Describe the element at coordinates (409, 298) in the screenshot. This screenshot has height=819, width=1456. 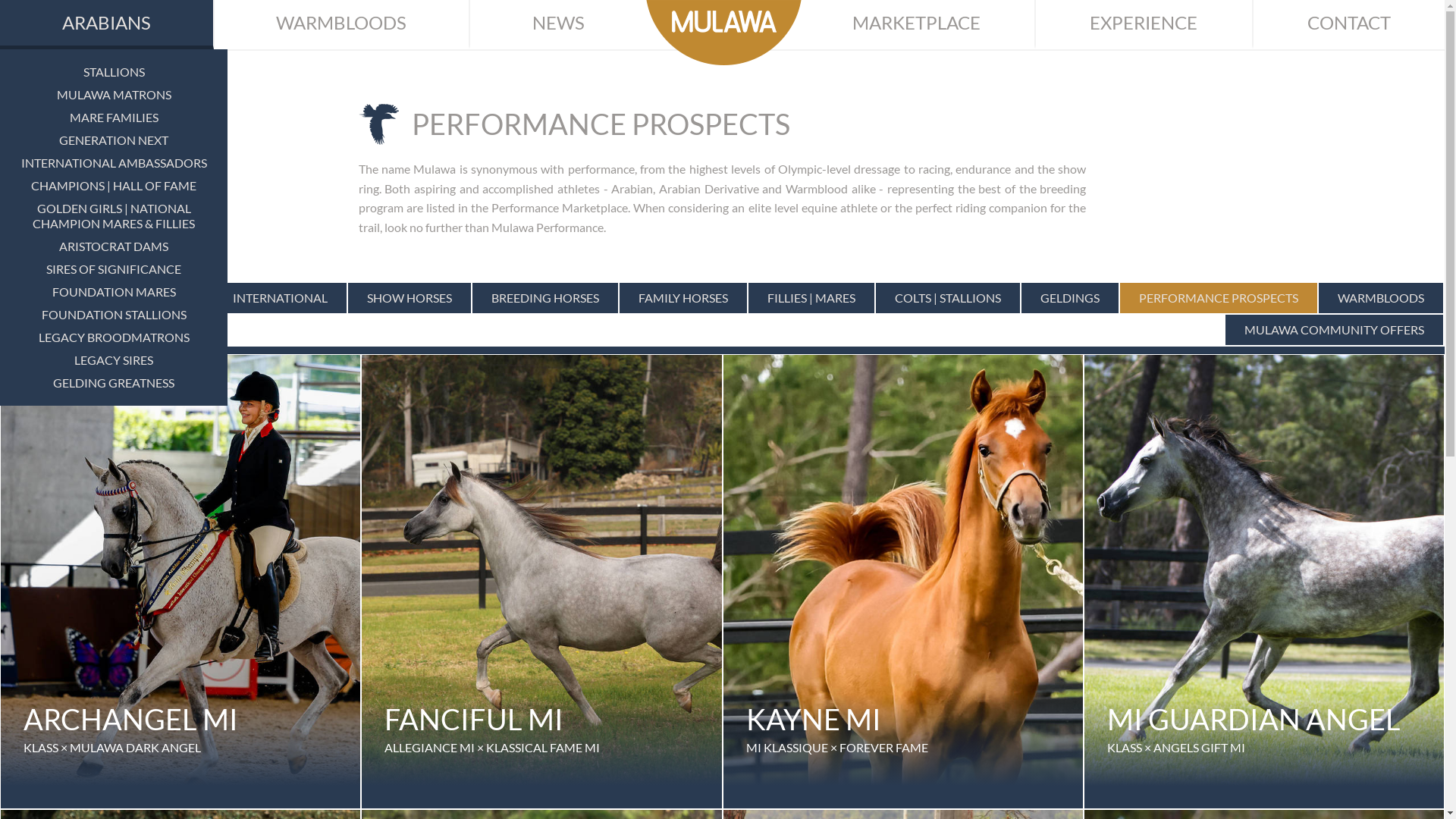
I see `'SHOW HORSES'` at that location.